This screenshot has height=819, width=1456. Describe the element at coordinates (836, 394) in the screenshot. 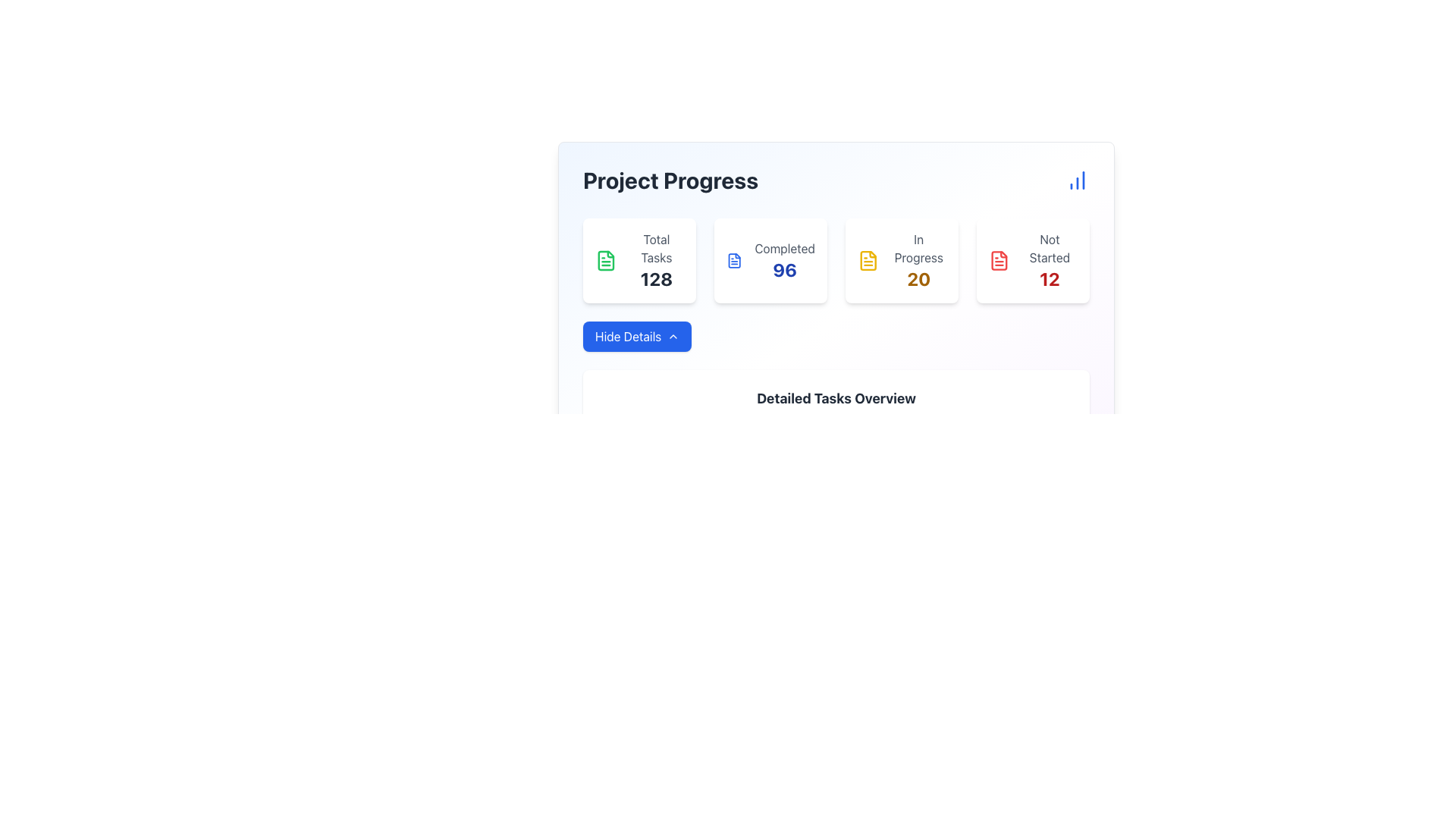

I see `the Informational text block located near the bottom of the 'Project Progress' widget, positioned directly below the 'Hide Details' button, for accessibility purposes` at that location.